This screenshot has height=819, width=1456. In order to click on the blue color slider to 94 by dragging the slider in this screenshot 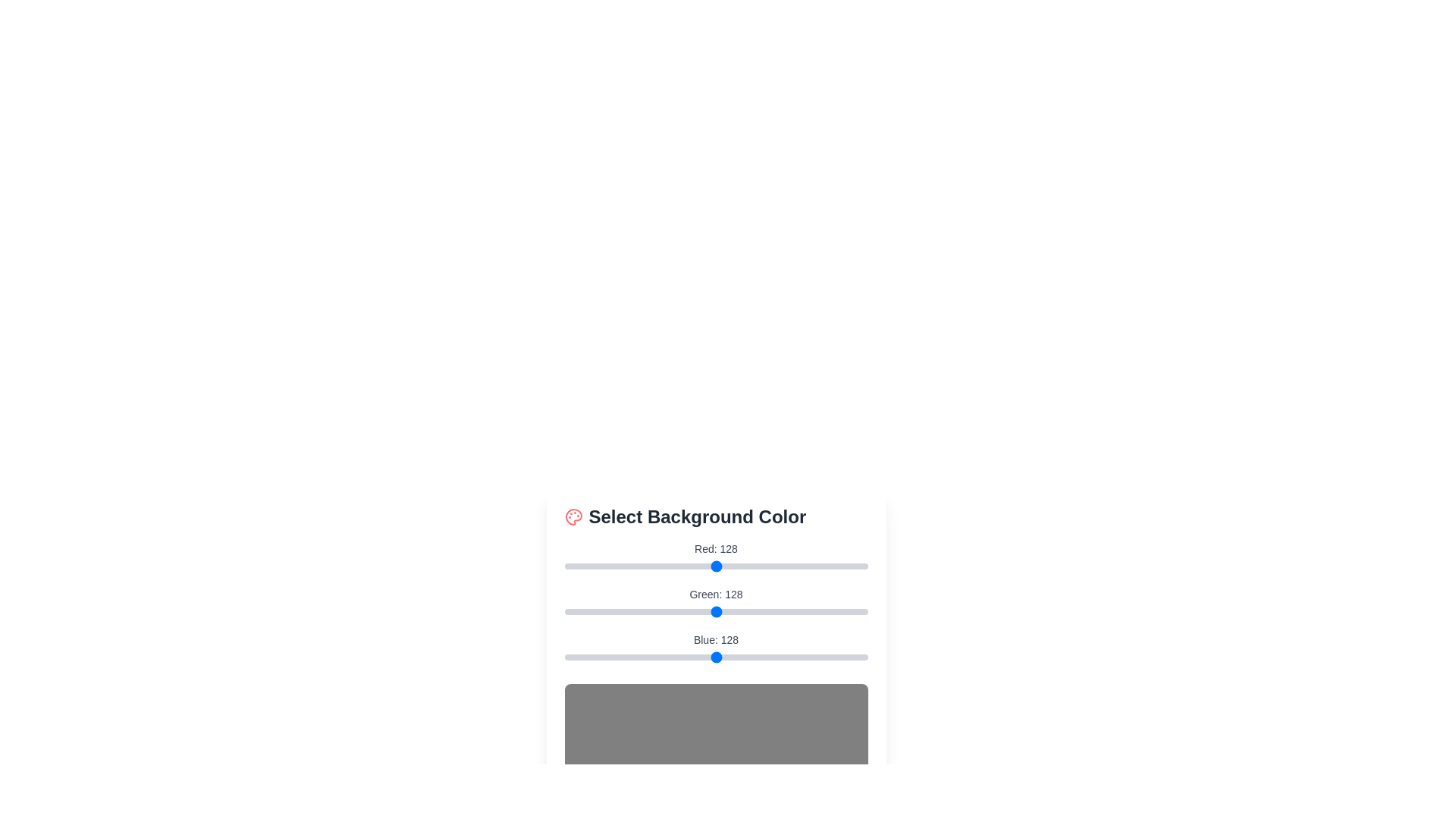, I will do `click(676, 657)`.